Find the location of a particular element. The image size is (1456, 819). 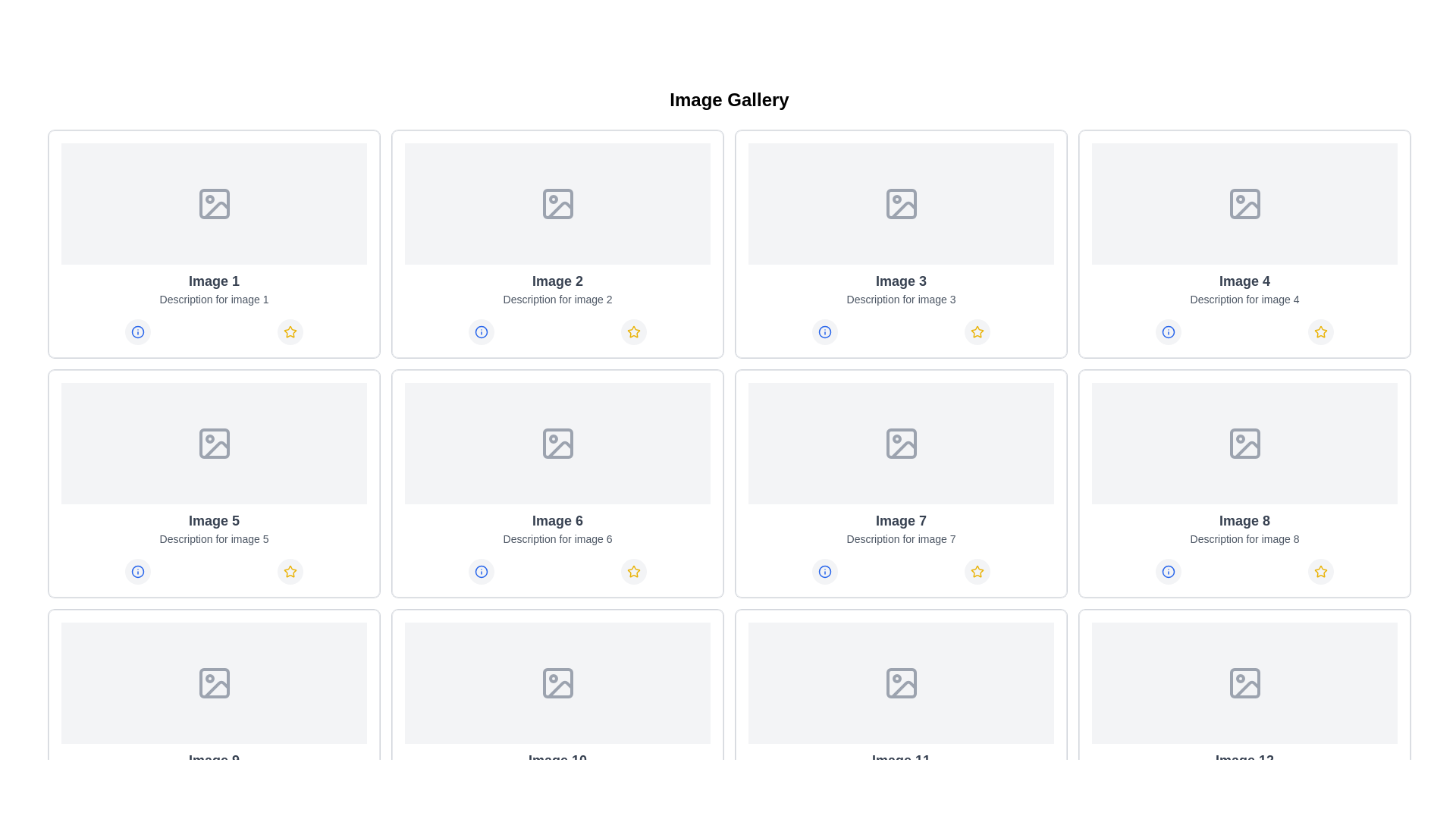

the favorite icon inside the interactive button located below the fourth image card in a 4x3 grid layout is located at coordinates (1320, 331).